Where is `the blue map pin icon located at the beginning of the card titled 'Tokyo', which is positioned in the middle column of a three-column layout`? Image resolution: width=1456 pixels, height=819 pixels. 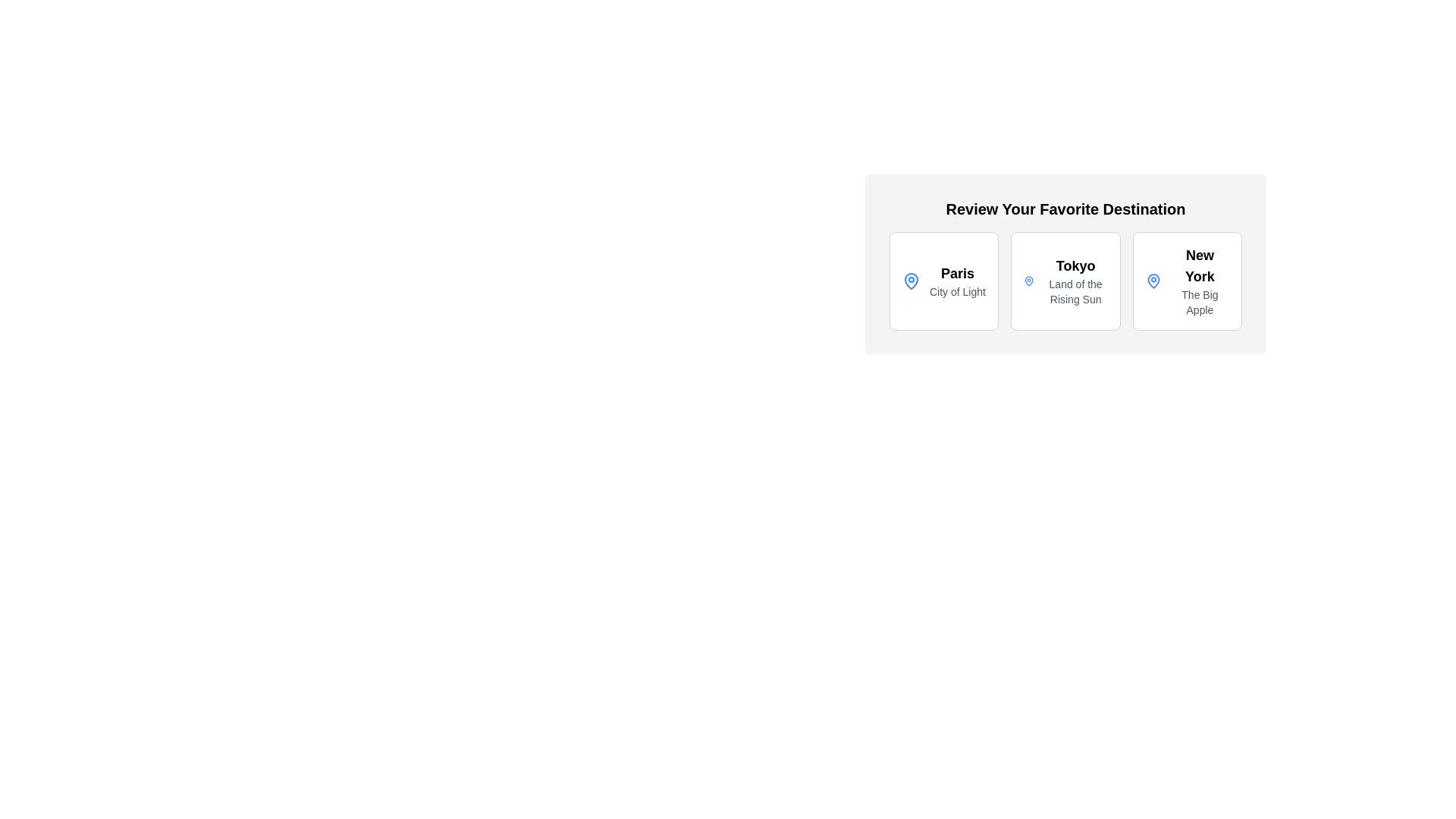 the blue map pin icon located at the beginning of the card titled 'Tokyo', which is positioned in the middle column of a three-column layout is located at coordinates (1029, 281).